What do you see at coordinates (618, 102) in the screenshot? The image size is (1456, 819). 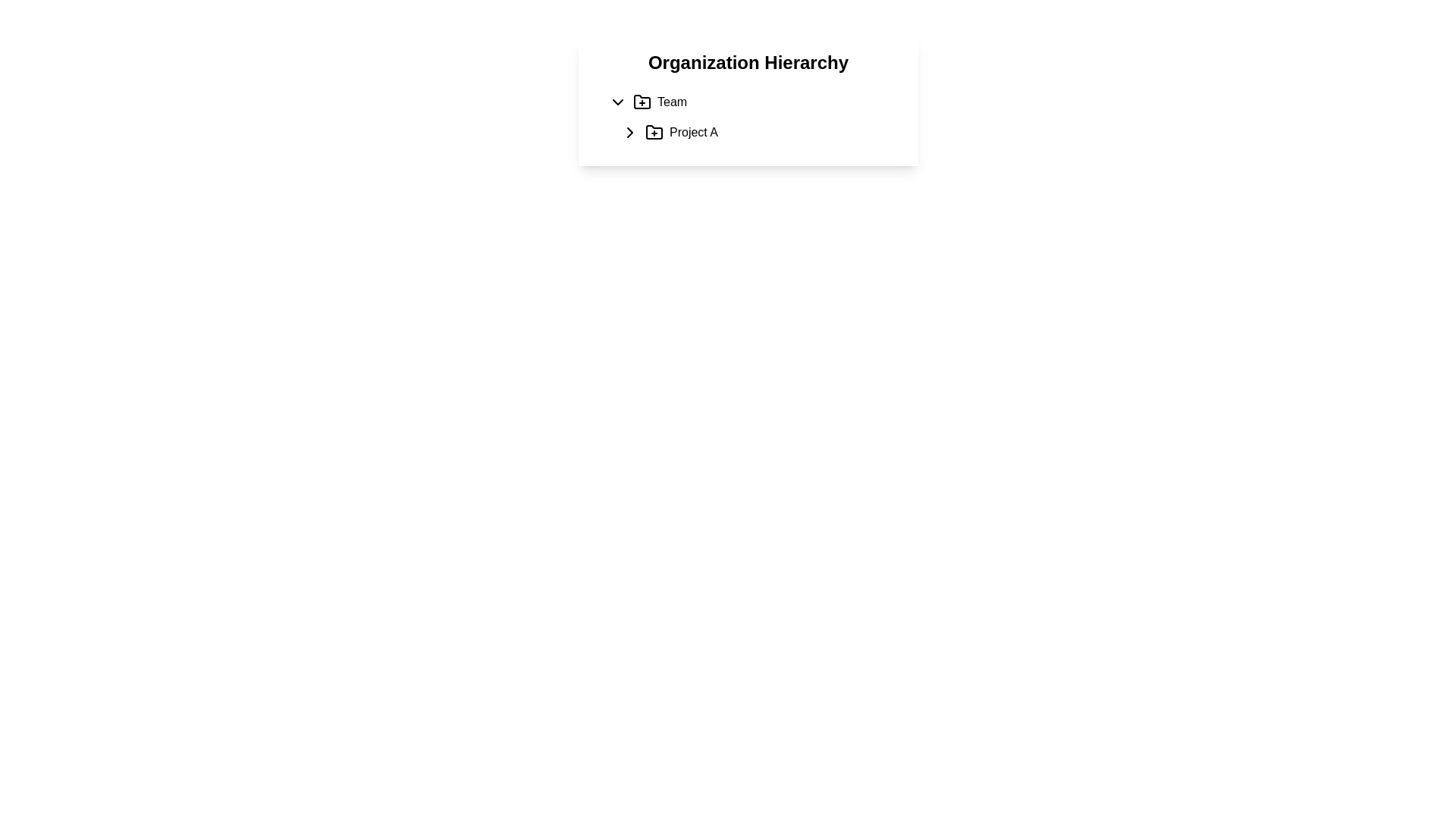 I see `the Icon Button located to the left of the 'Team' label` at bounding box center [618, 102].